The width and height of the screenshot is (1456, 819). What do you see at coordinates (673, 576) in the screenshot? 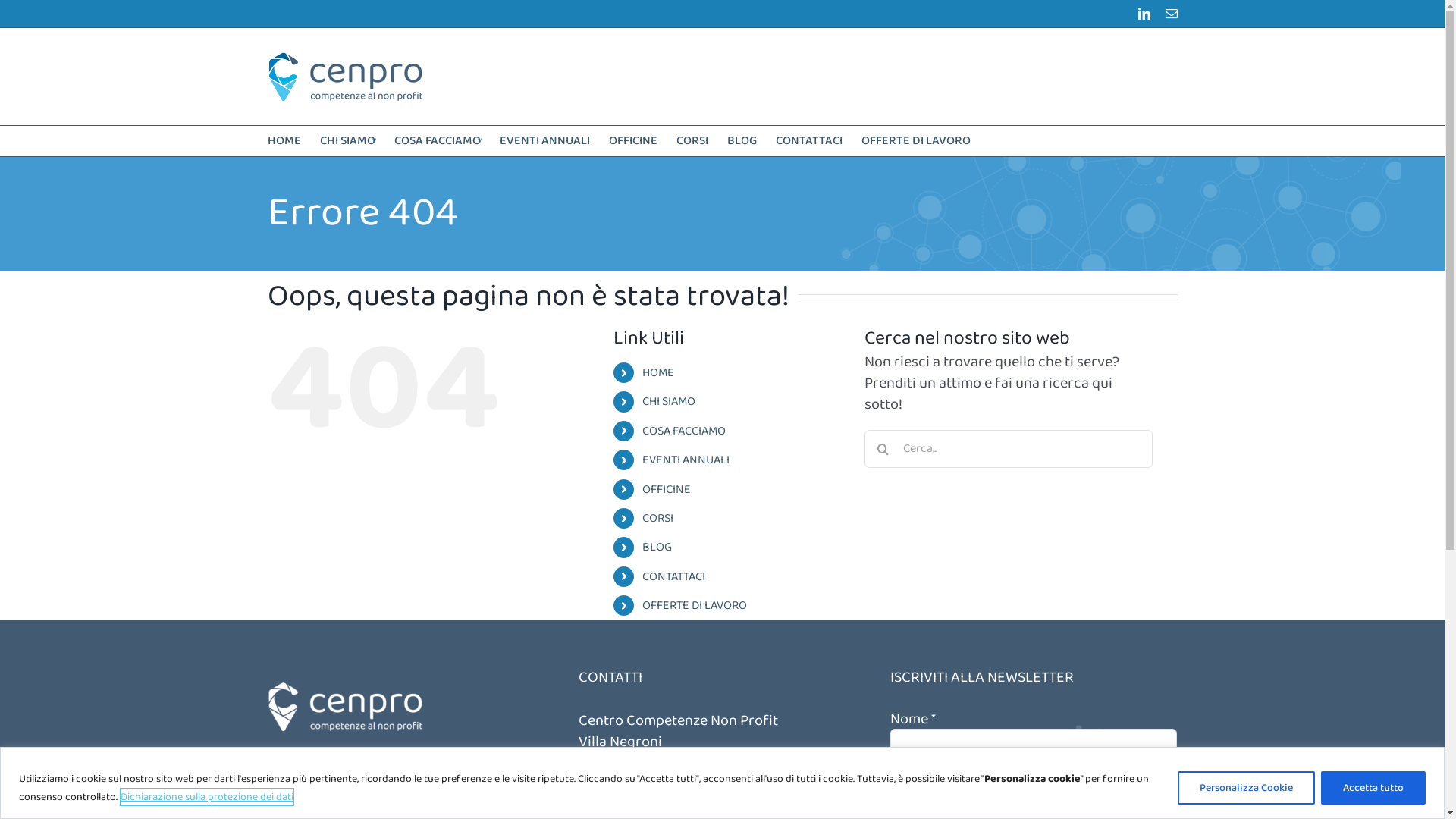
I see `'CONTATTACI'` at bounding box center [673, 576].